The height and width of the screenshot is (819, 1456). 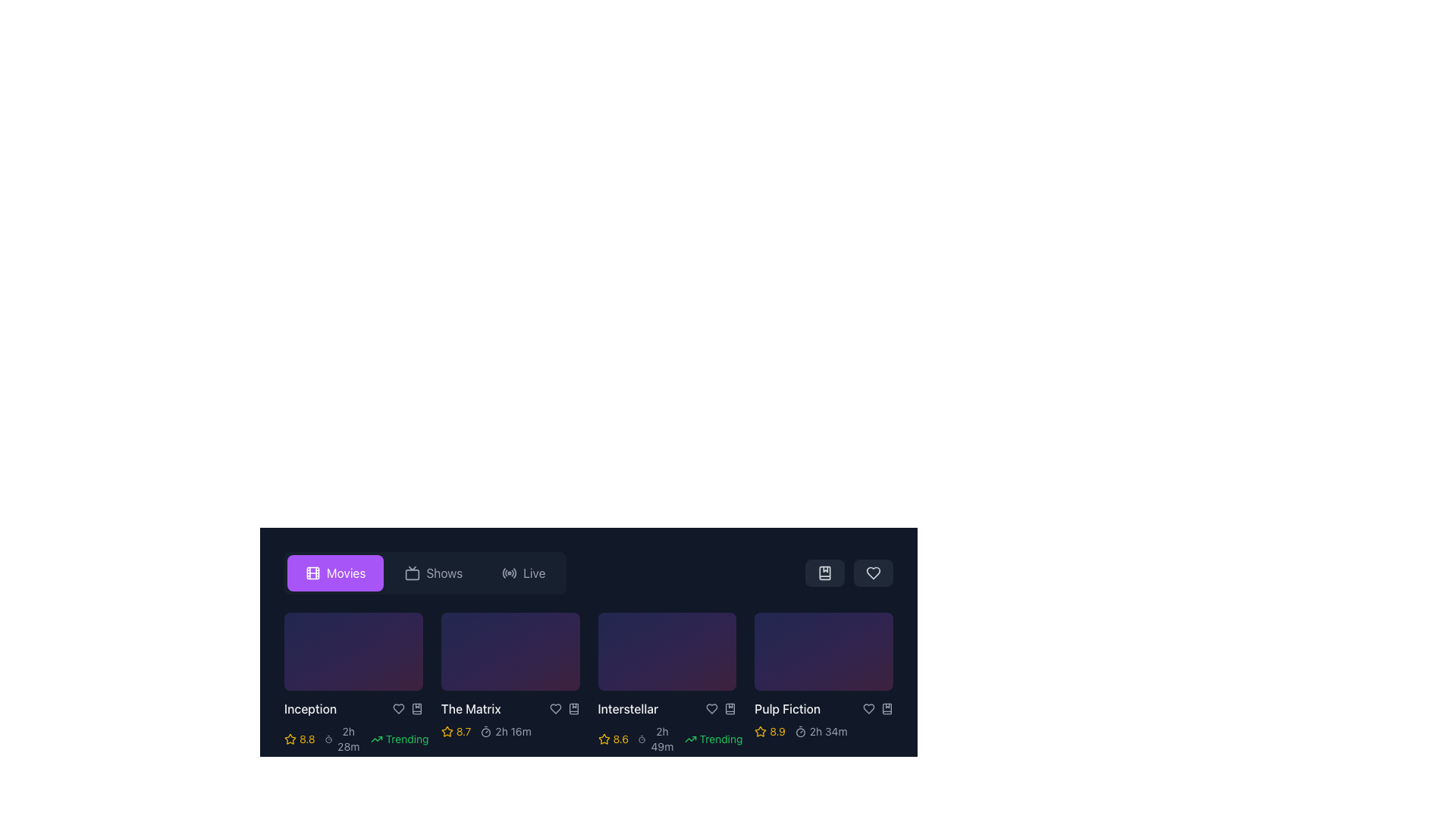 I want to click on the Rating Display element that signifies a rating associated with a movie, located to the left of the time duration group and to the right of the movie thumbnail, so click(x=613, y=738).